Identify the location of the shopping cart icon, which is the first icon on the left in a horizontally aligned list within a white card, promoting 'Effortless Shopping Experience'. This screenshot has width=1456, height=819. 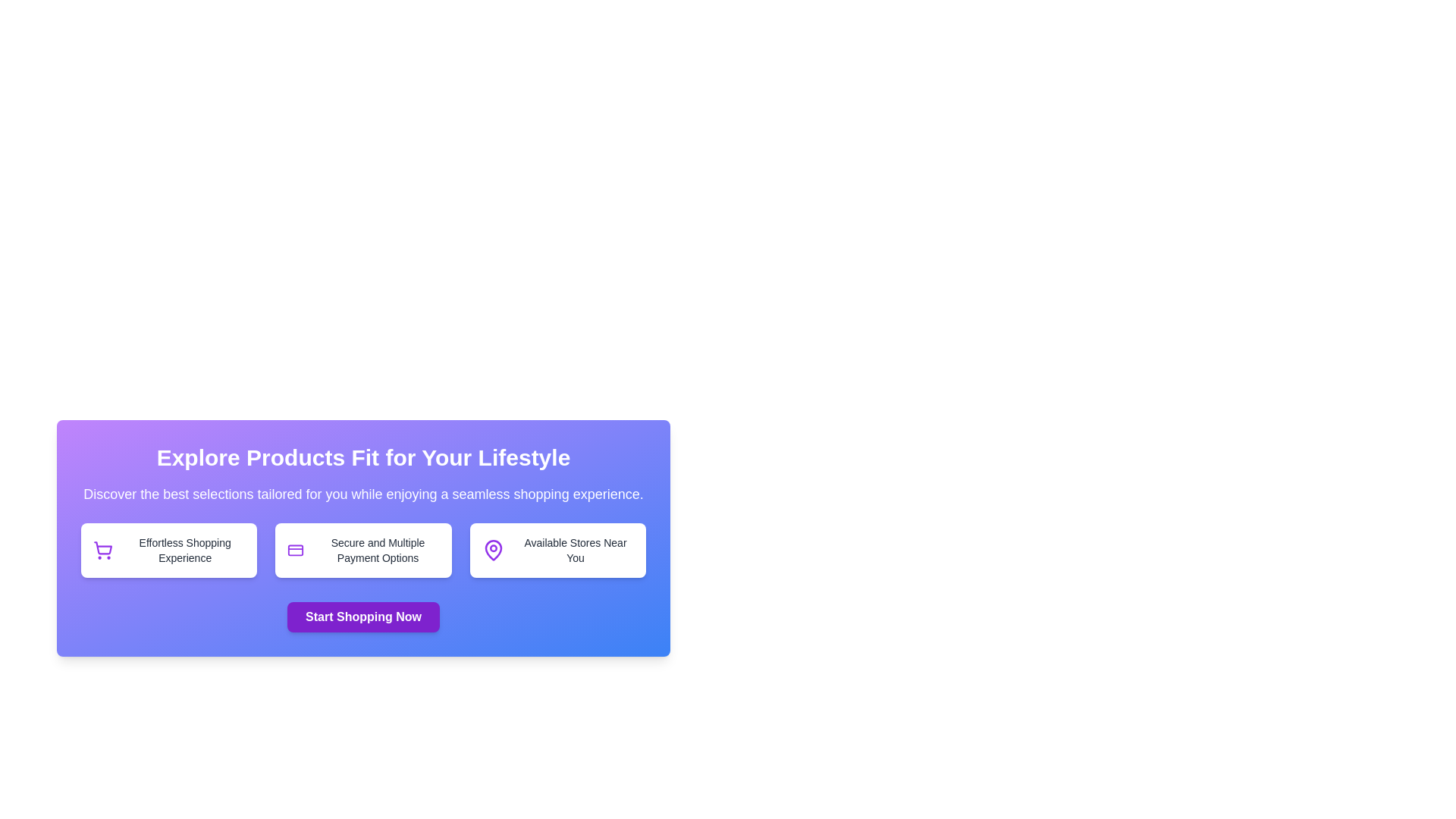
(102, 550).